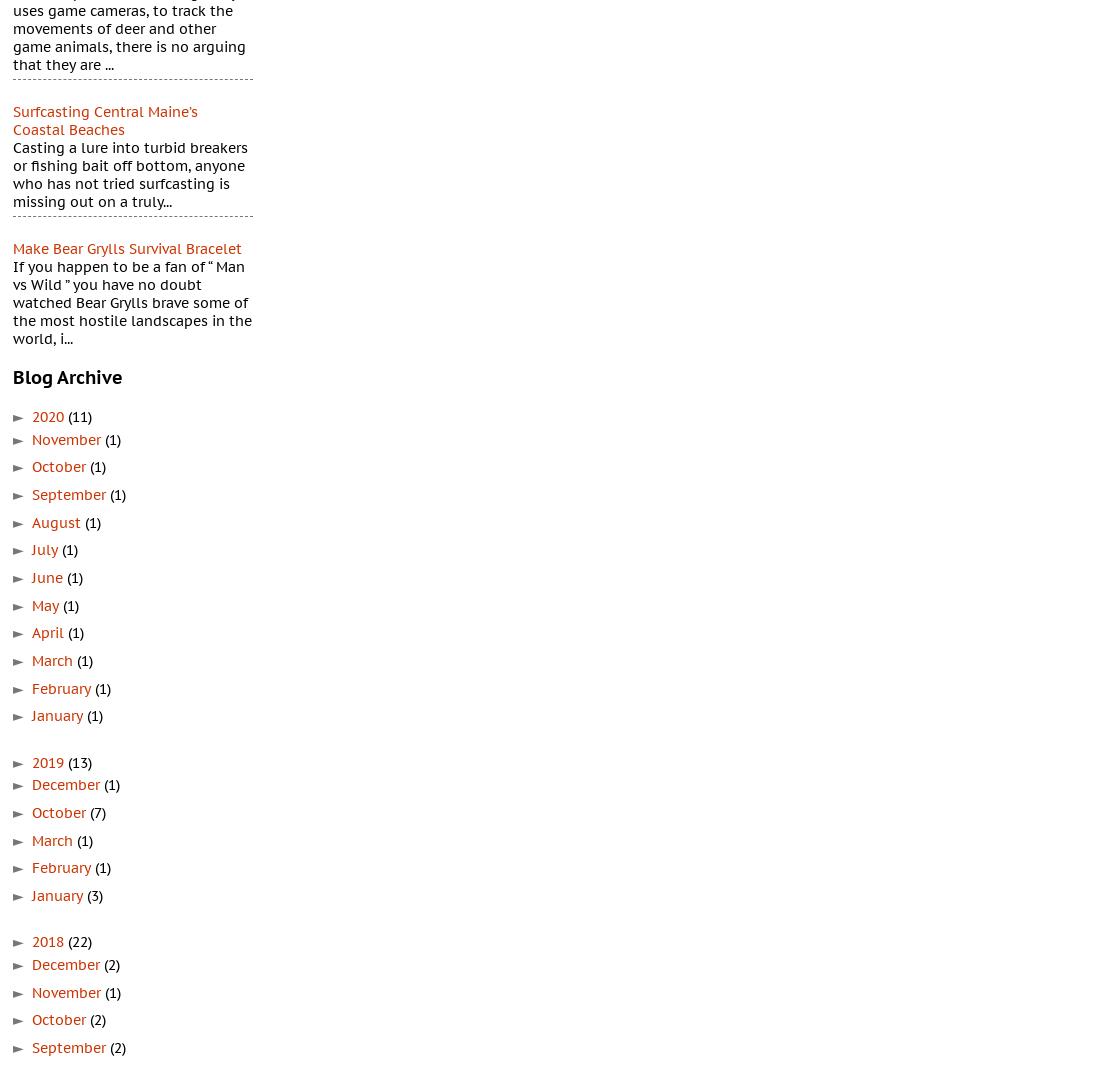 The image size is (1120, 1069). What do you see at coordinates (49, 632) in the screenshot?
I see `'April'` at bounding box center [49, 632].